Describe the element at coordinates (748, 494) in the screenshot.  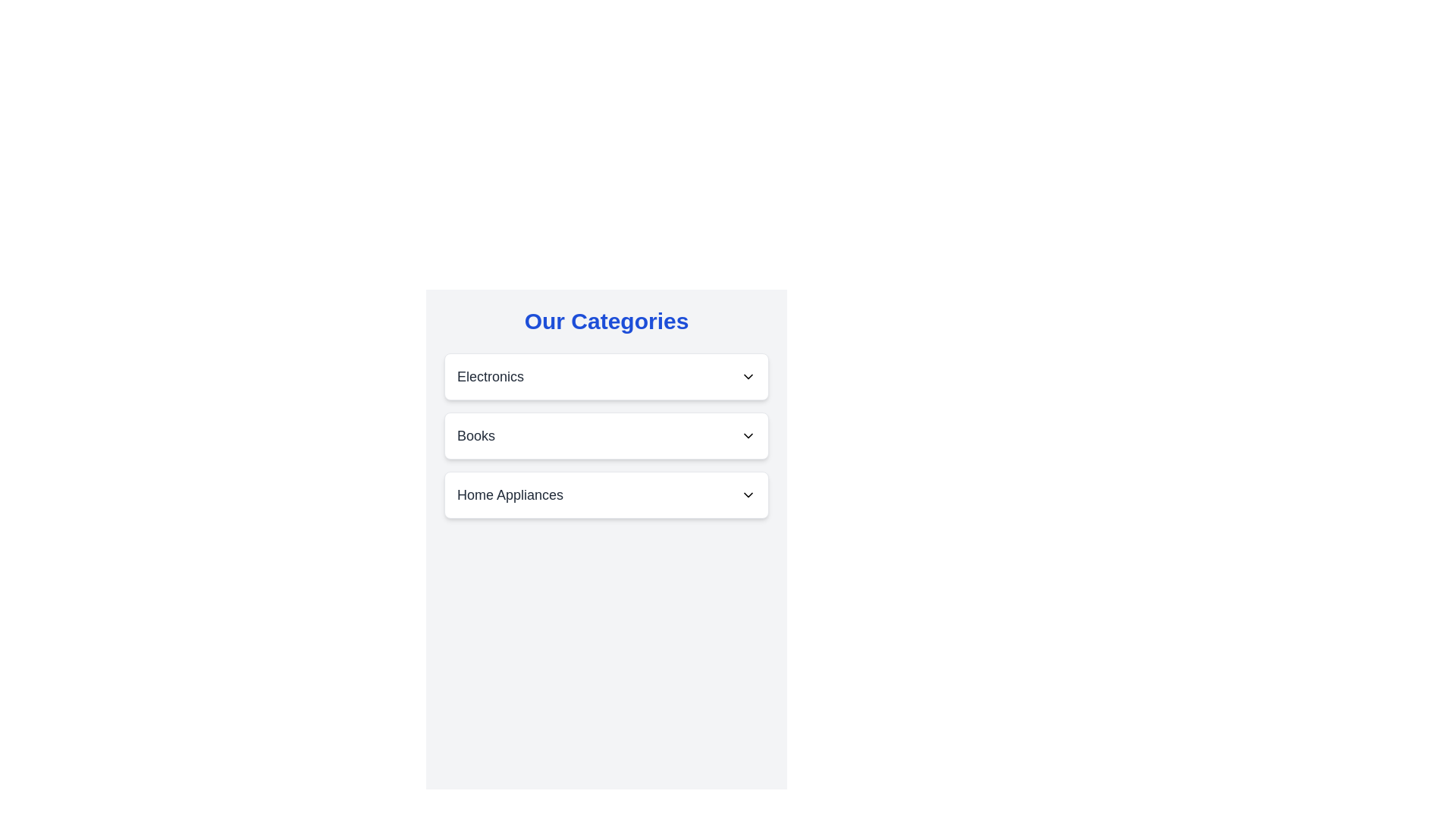
I see `the dropdown icon located to the right of the 'Home Appliances' text` at that location.